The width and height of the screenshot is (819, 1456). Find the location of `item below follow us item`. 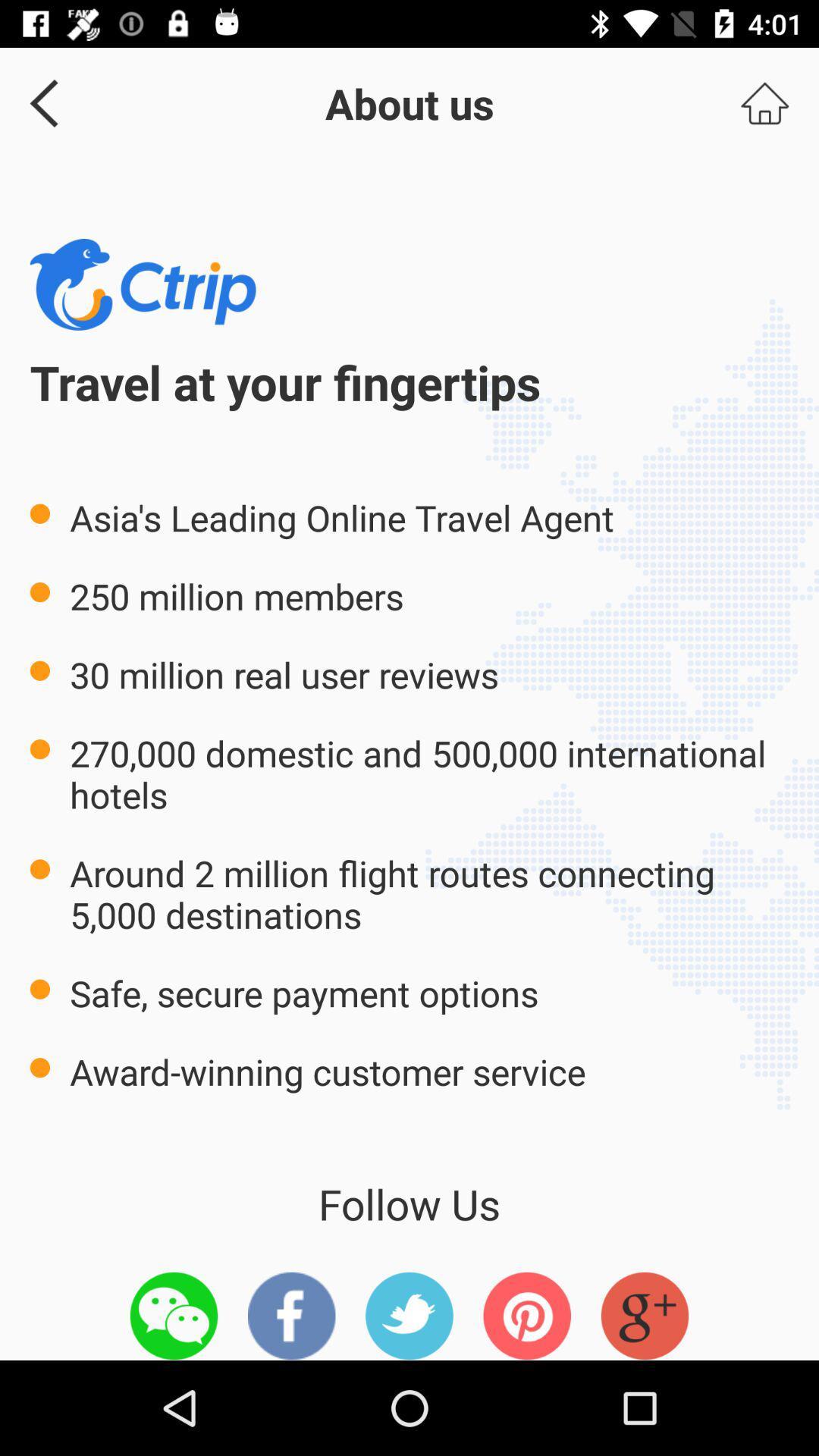

item below follow us item is located at coordinates (291, 1315).